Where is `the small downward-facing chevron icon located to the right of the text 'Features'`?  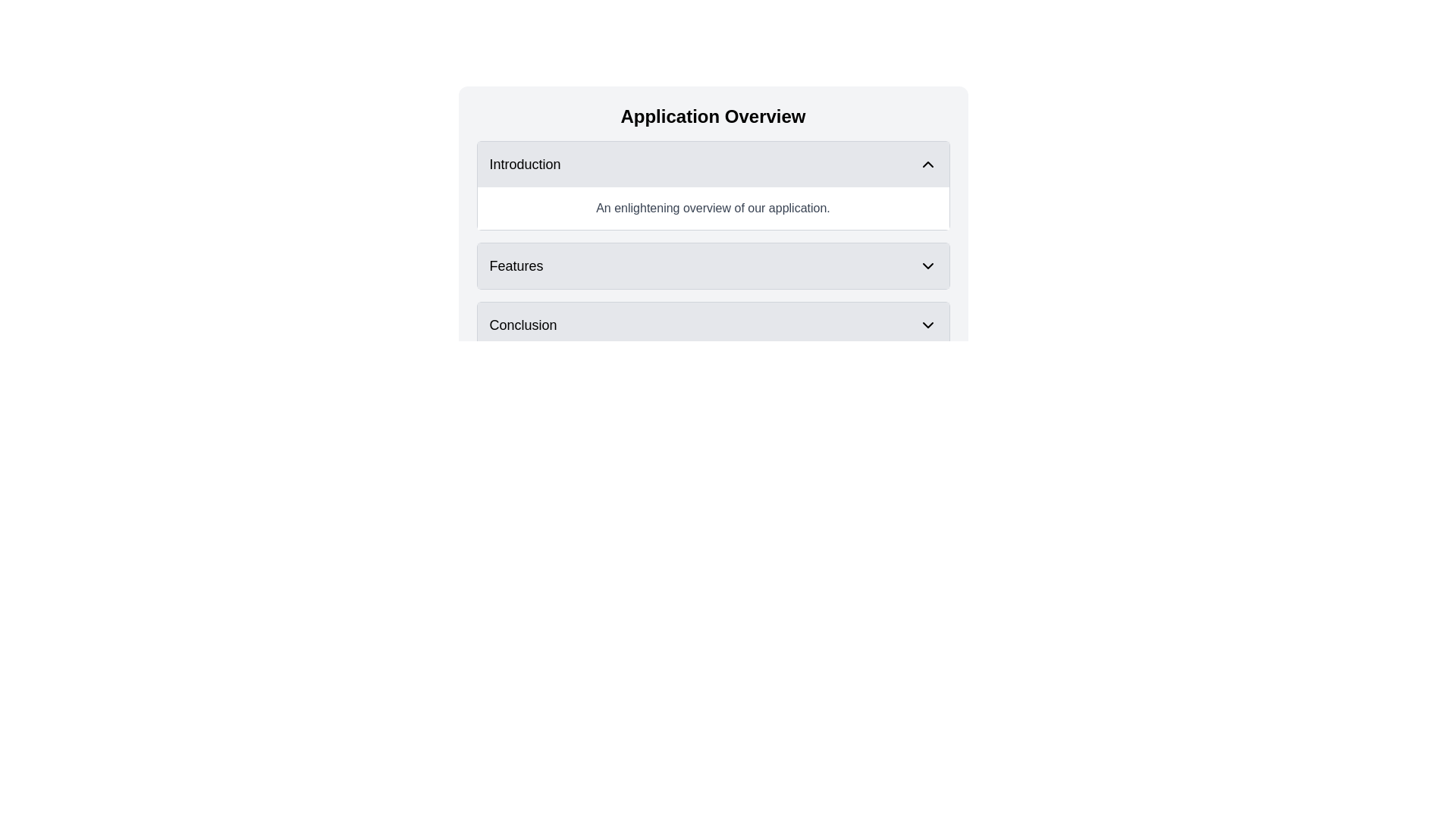
the small downward-facing chevron icon located to the right of the text 'Features' is located at coordinates (927, 265).